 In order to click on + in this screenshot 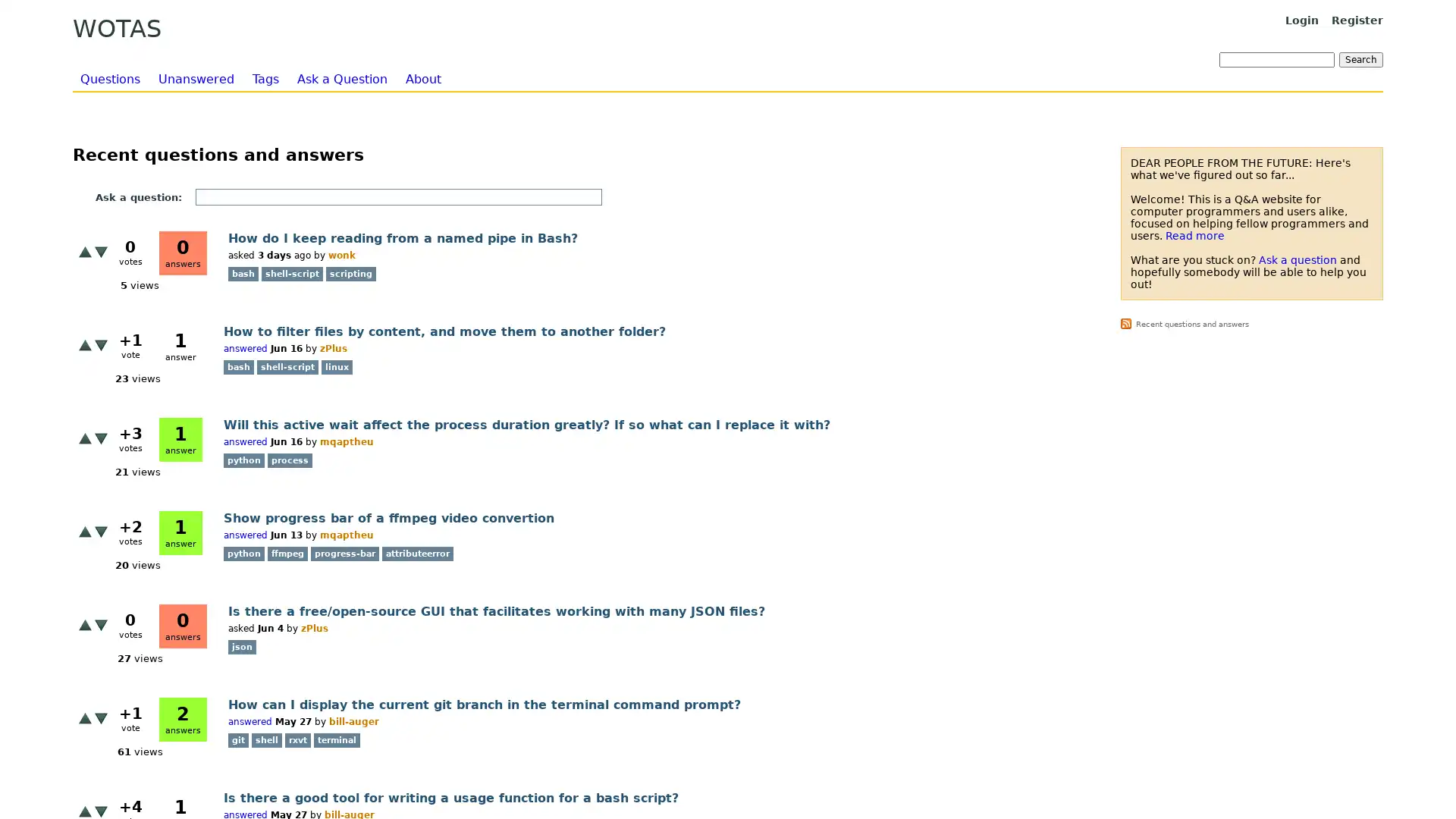, I will do `click(84, 251)`.